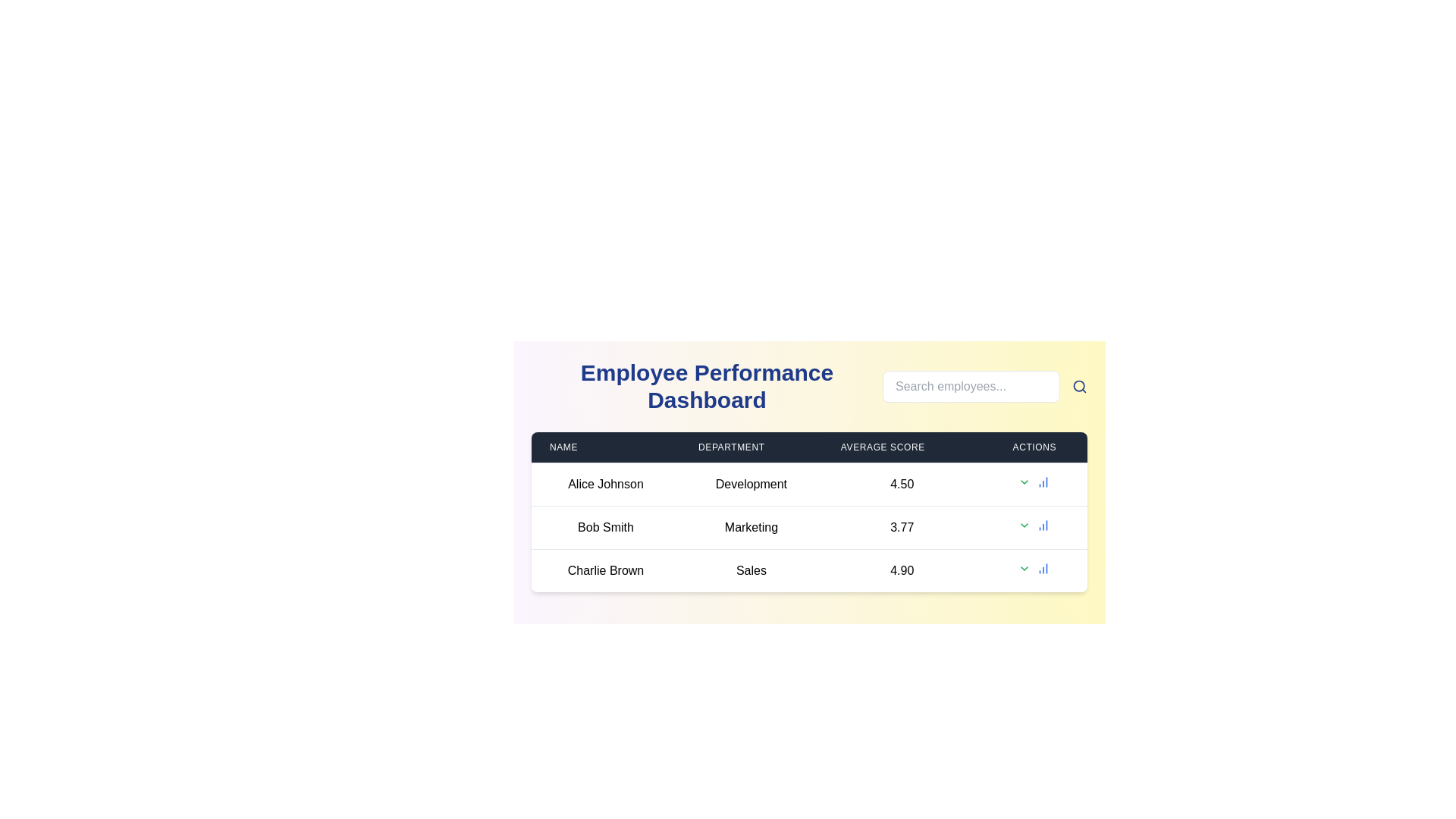 The height and width of the screenshot is (819, 1456). Describe the element at coordinates (751, 570) in the screenshot. I see `the Table Cell indicating the department associated with employee 'Charlie Brown' in the 'Employee Performance Dashboard'` at that location.